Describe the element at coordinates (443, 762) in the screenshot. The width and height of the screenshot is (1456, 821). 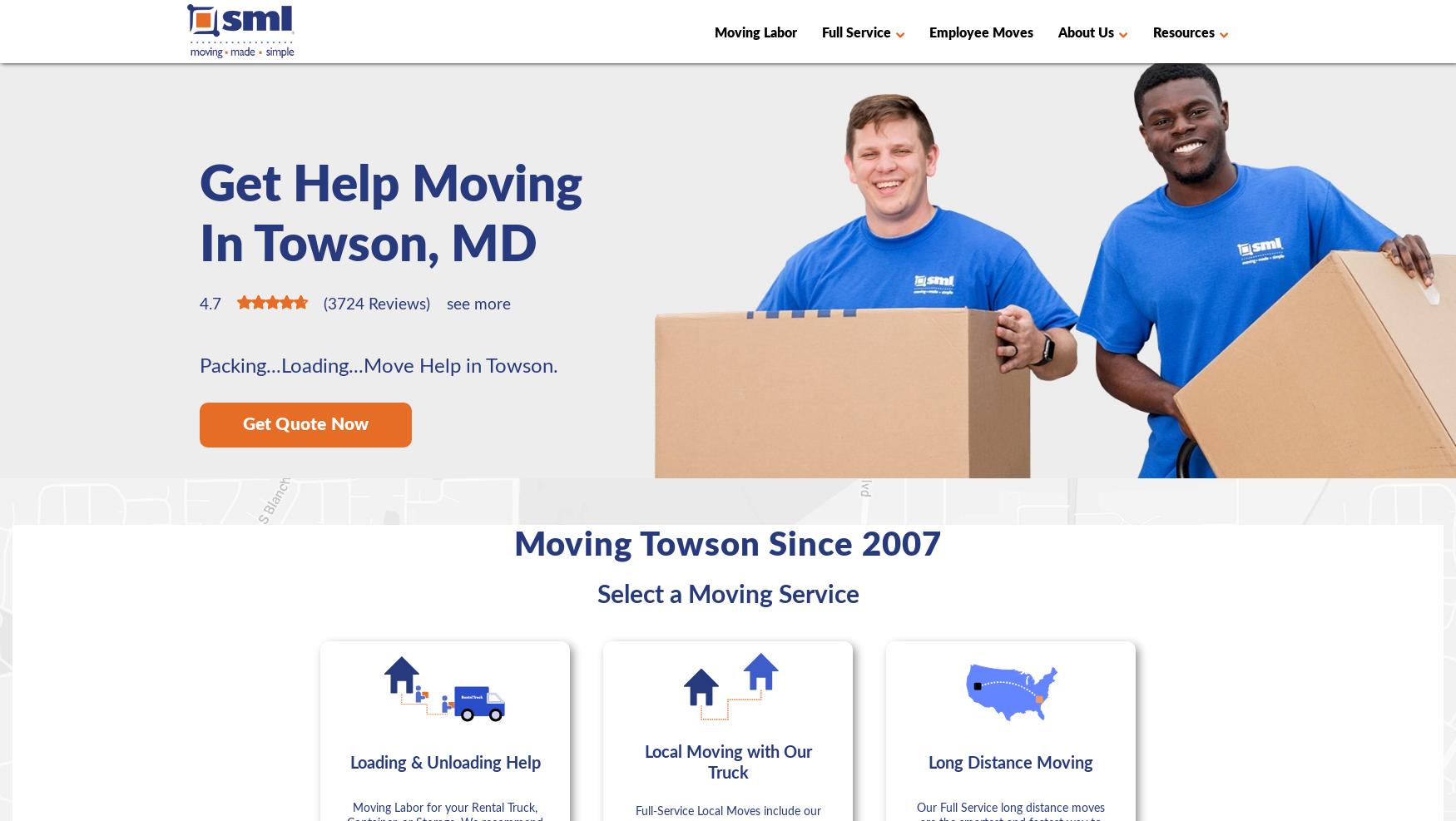
I see `'Loading & Unloading Help'` at that location.